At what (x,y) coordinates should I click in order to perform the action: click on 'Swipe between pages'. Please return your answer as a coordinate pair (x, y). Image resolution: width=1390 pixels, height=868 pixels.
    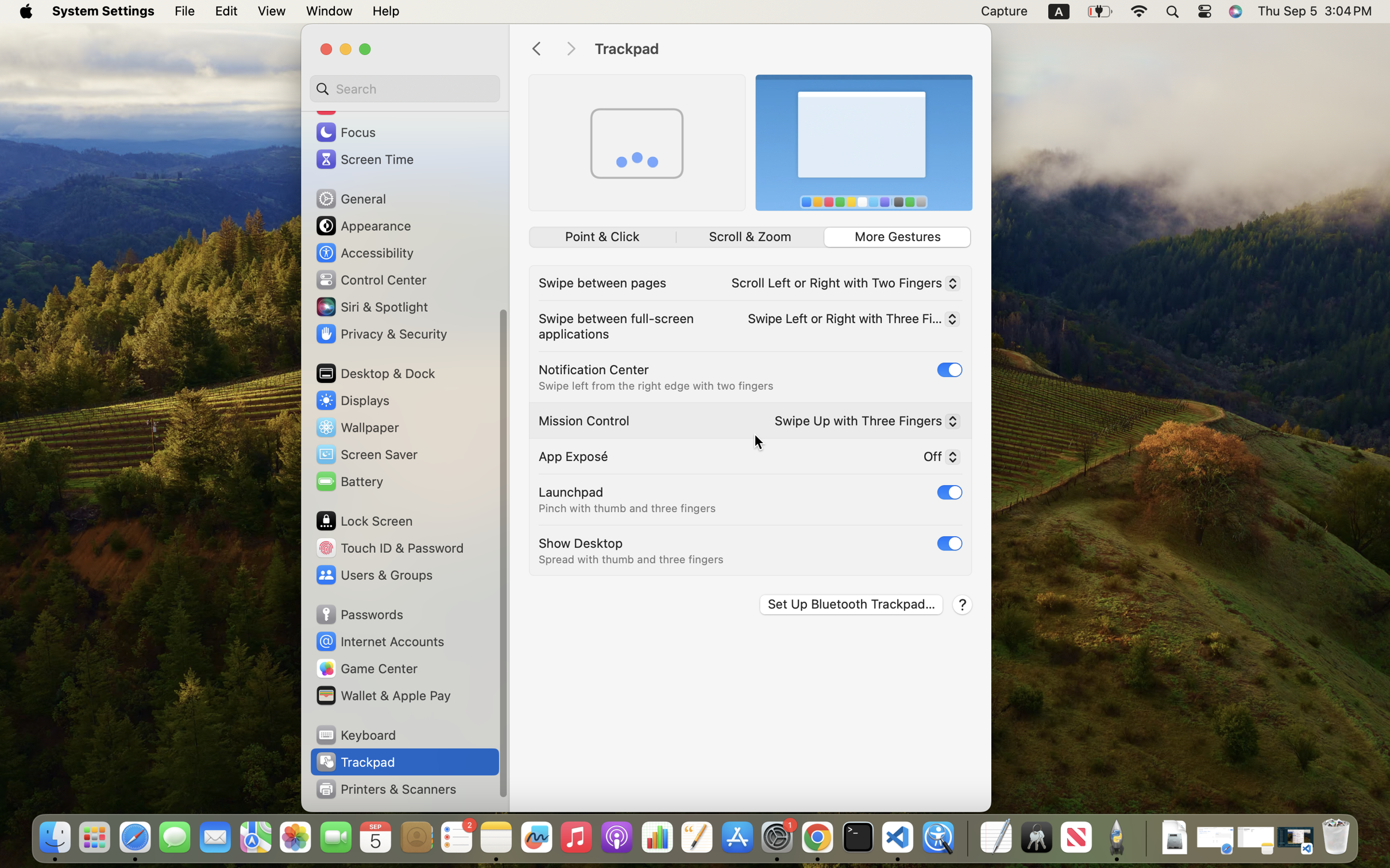
    Looking at the image, I should click on (602, 282).